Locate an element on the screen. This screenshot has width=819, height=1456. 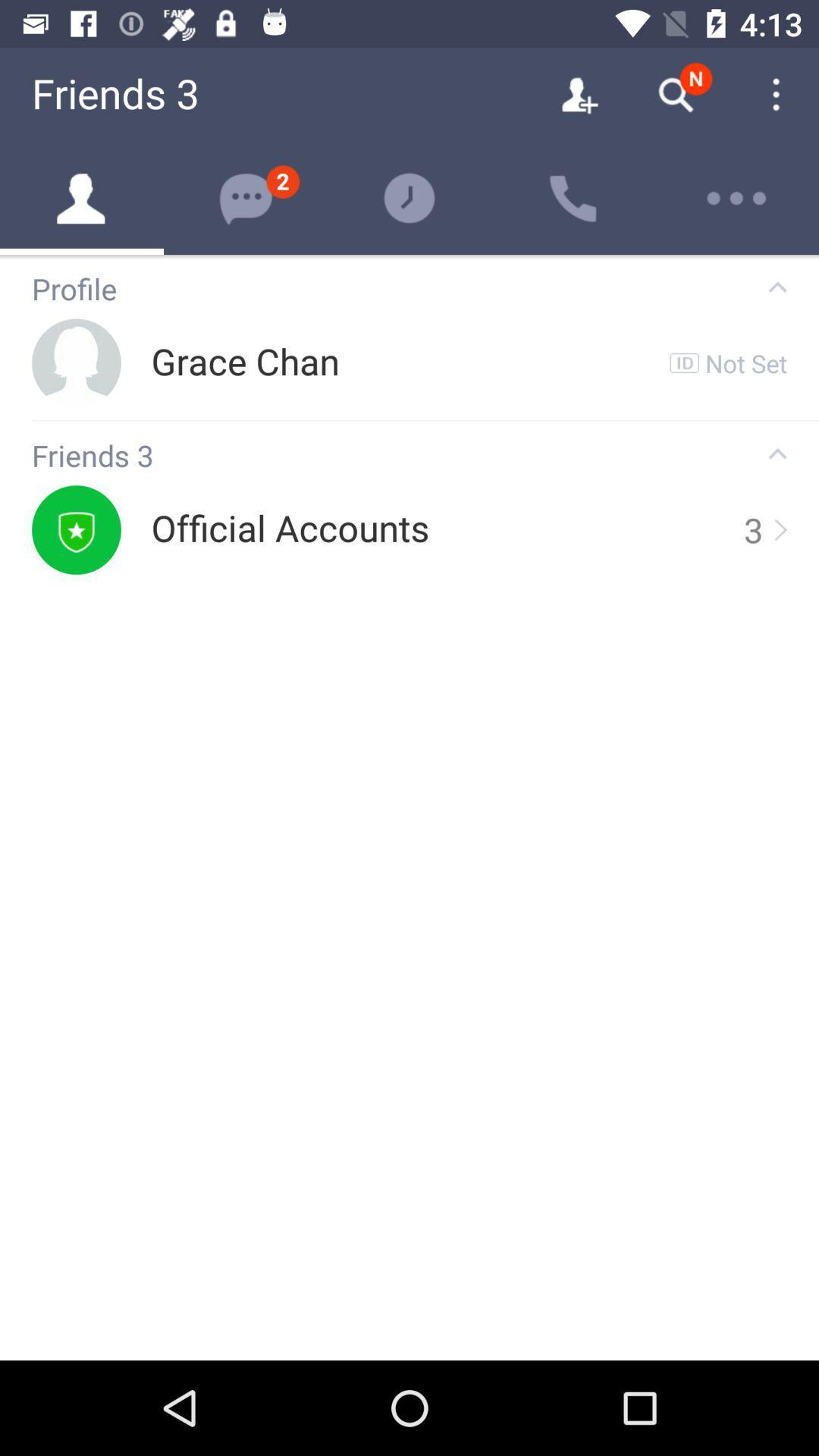
the help icon is located at coordinates (409, 198).